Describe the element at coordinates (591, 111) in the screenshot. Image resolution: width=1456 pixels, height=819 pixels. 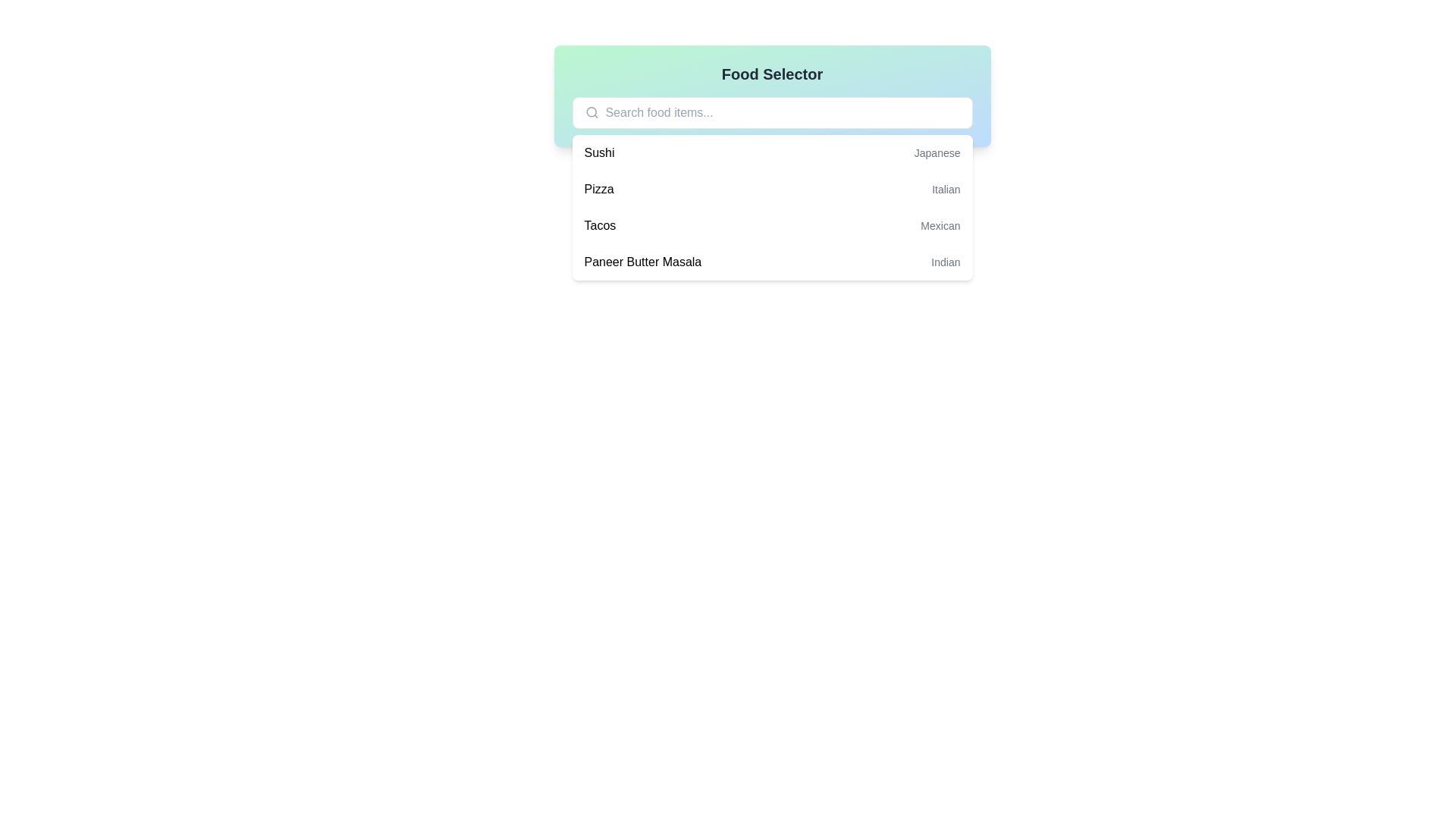
I see `the SVG circle element that represents the search functionality of the application, located to the left of the search bar` at that location.